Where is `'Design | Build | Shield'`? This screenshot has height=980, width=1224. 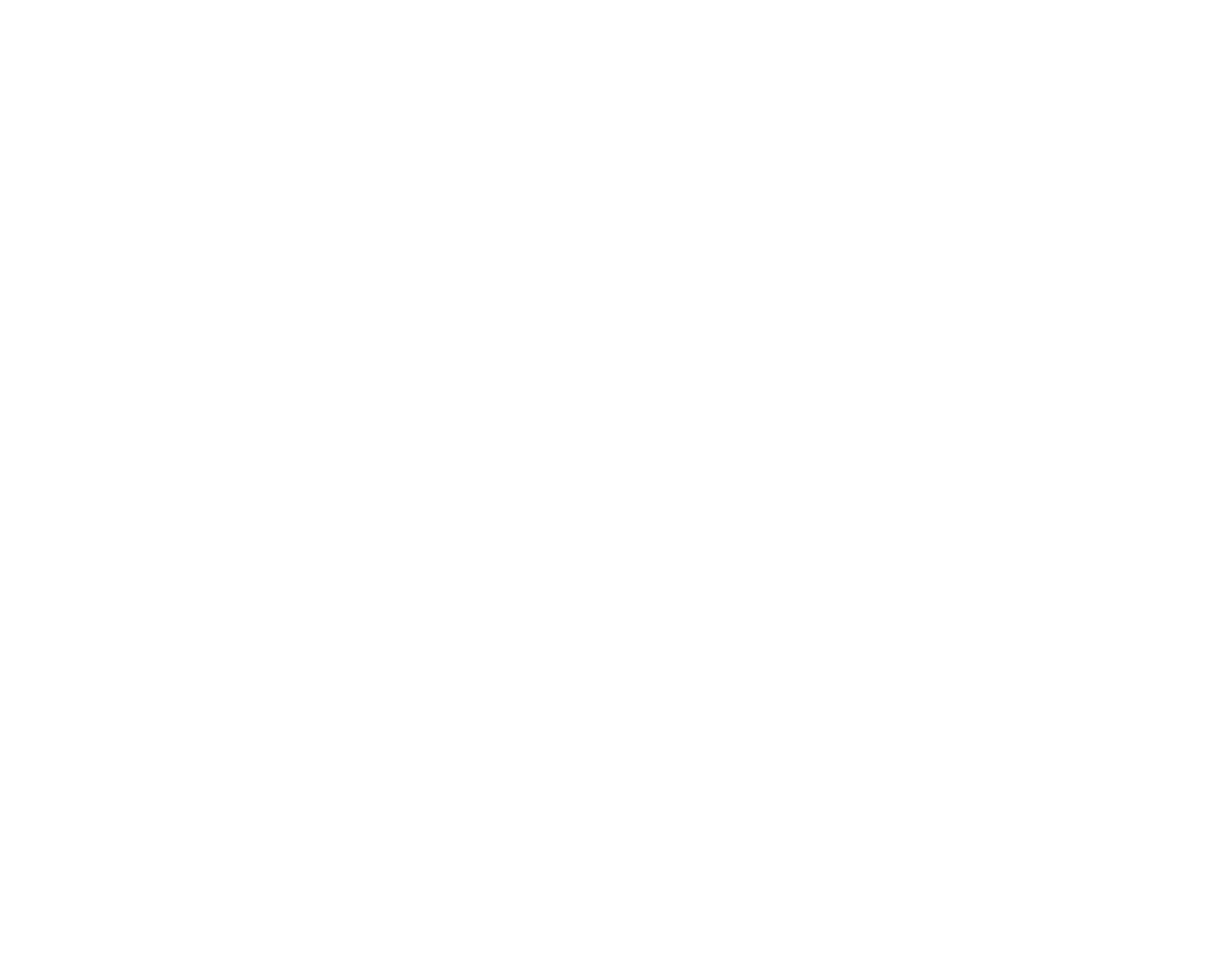
'Design | Build | Shield' is located at coordinates (973, 266).